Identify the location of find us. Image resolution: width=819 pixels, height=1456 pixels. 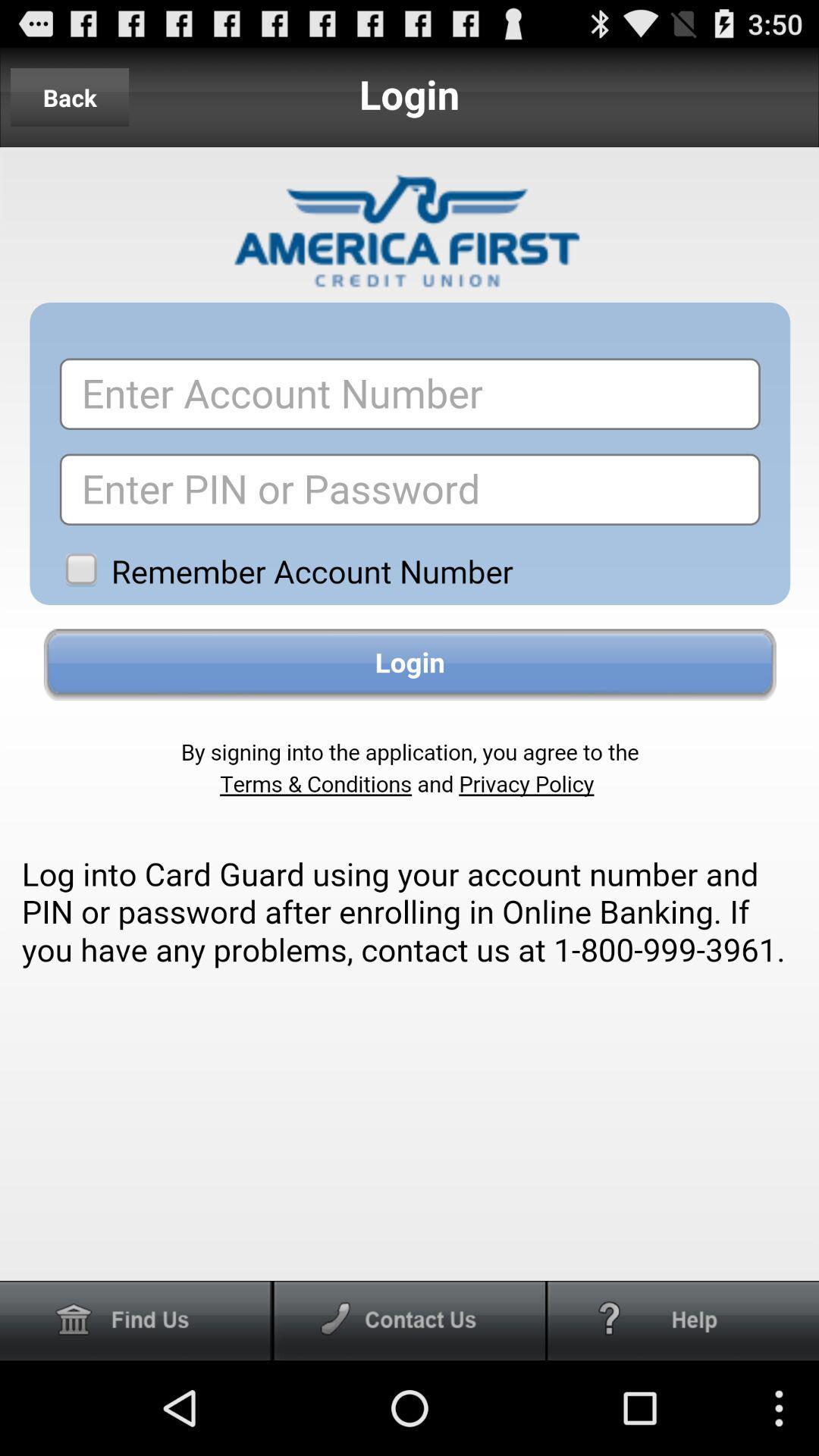
(135, 1319).